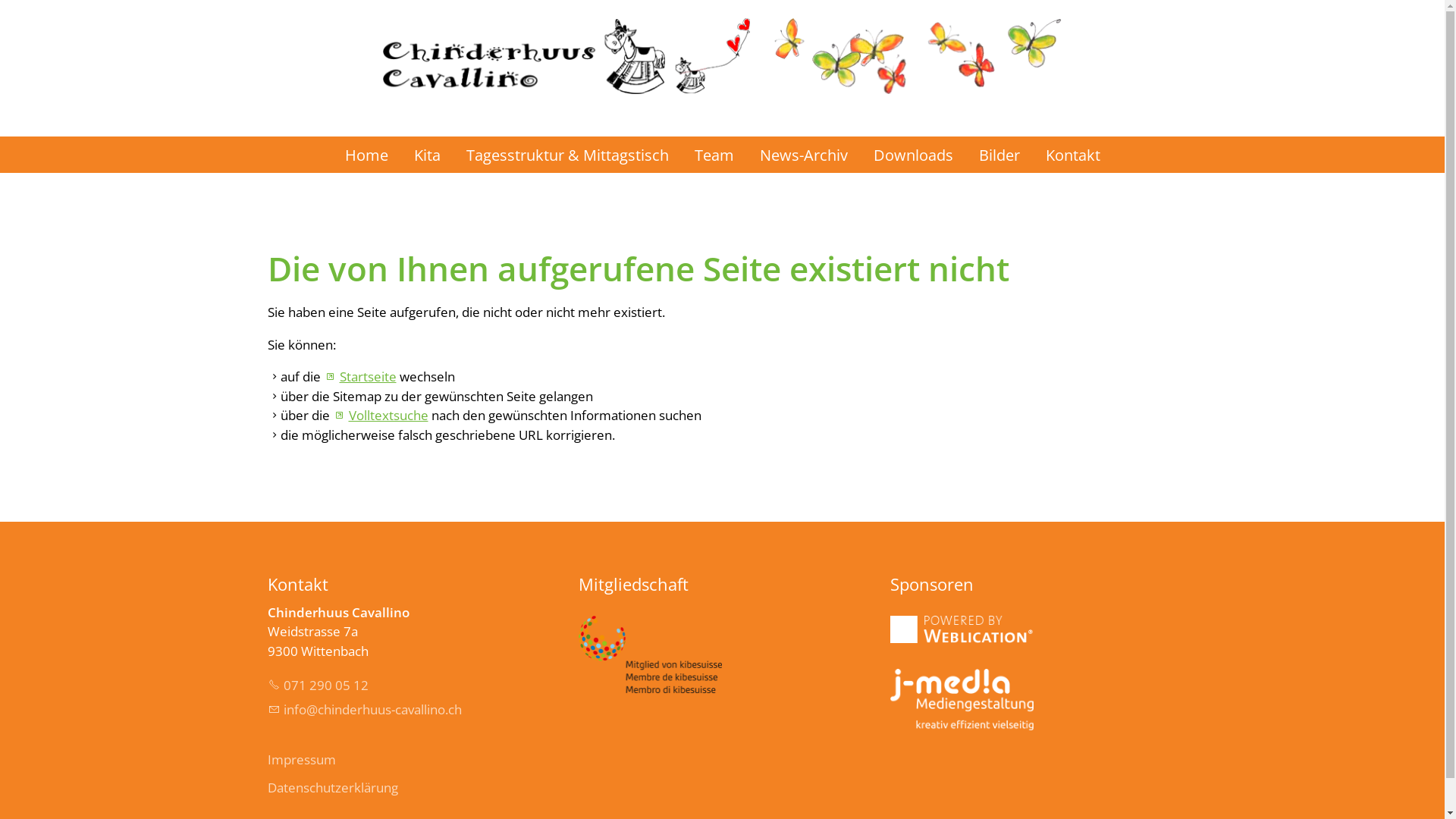 This screenshot has height=819, width=1456. Describe the element at coordinates (802, 155) in the screenshot. I see `'News-Archiv'` at that location.